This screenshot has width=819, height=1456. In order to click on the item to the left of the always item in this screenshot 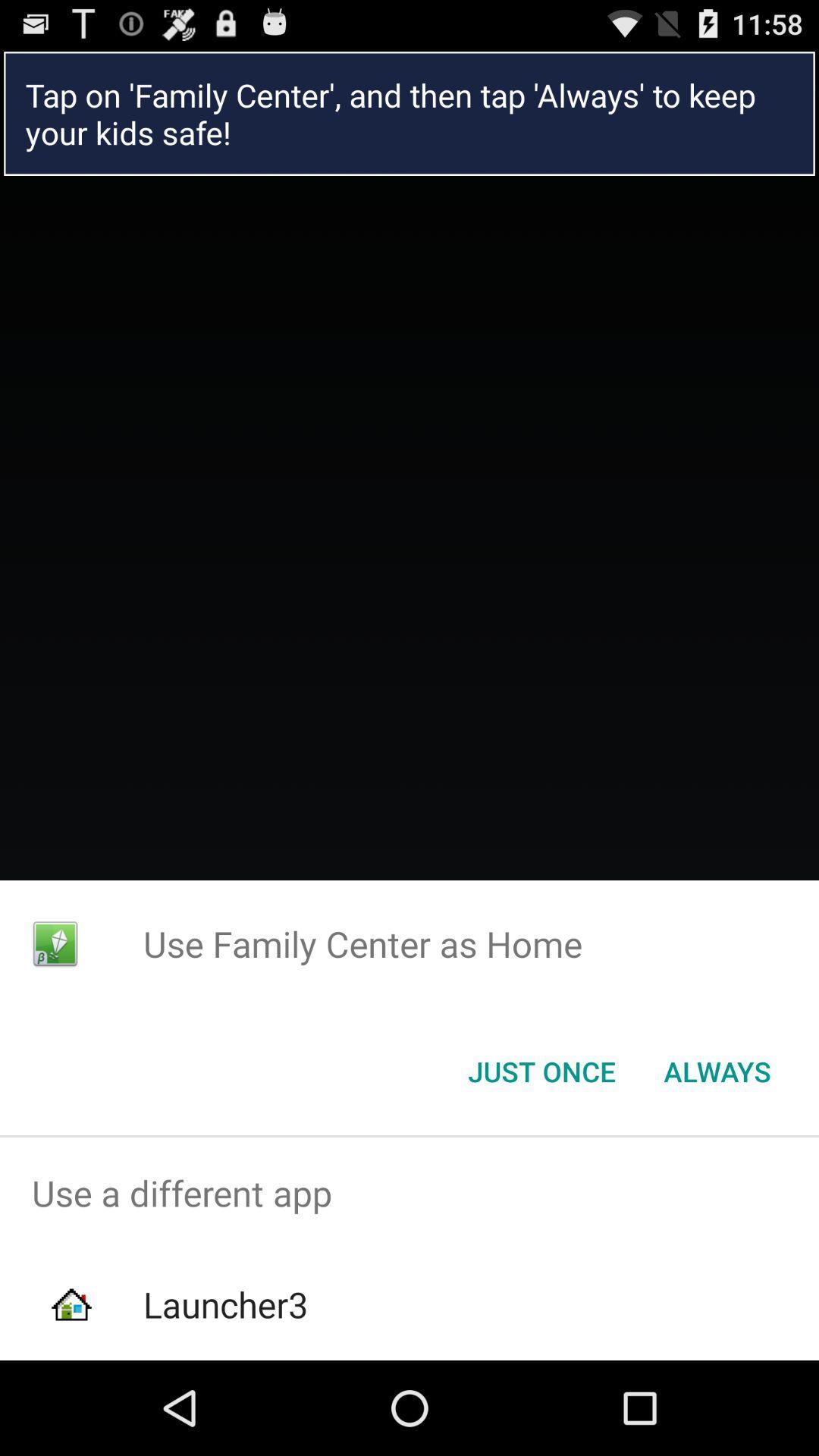, I will do `click(541, 1070)`.